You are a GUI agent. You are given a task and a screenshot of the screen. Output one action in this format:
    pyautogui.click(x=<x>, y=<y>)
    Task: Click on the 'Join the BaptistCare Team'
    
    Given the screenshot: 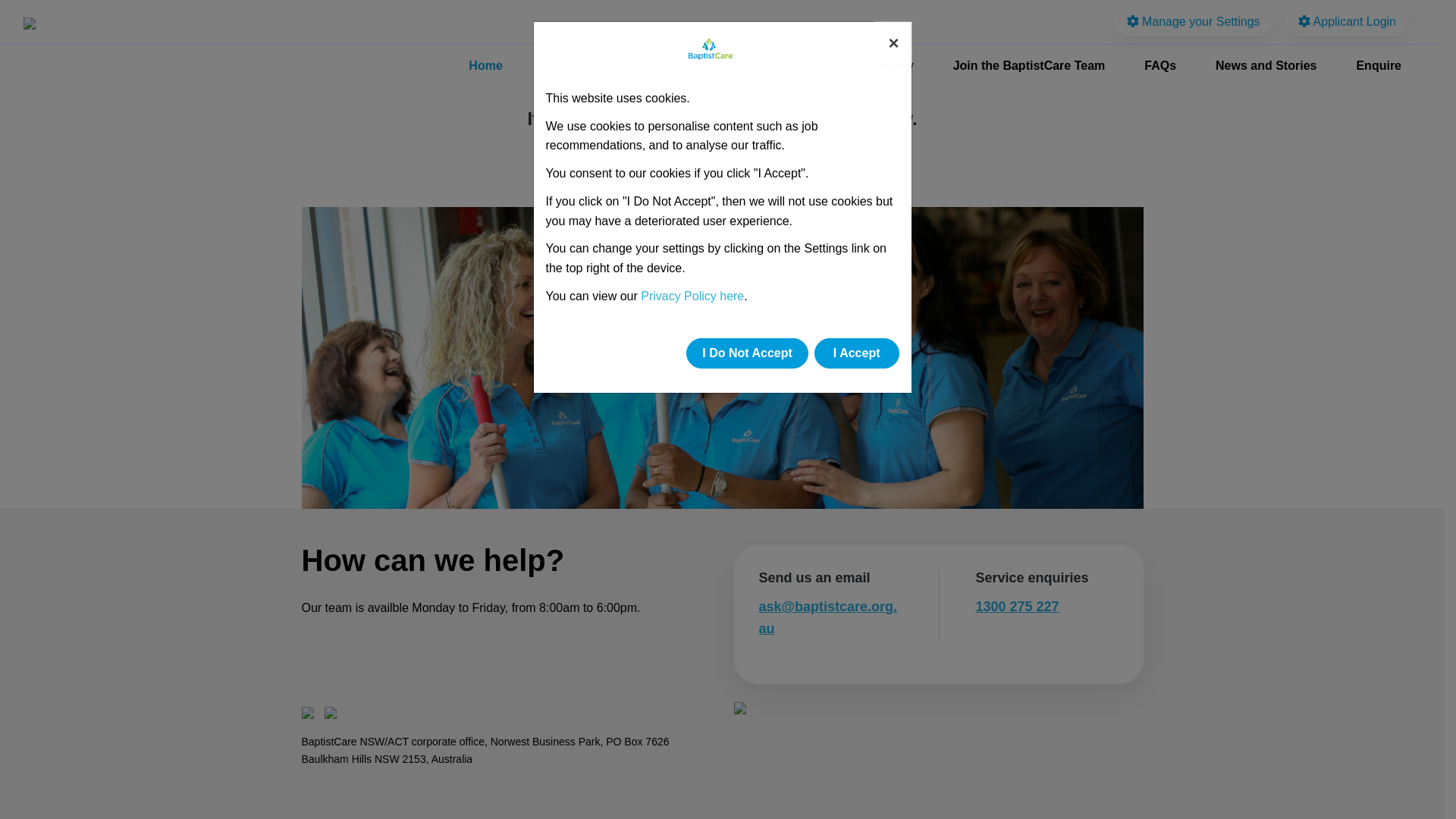 What is the action you would take?
    pyautogui.click(x=1029, y=65)
    